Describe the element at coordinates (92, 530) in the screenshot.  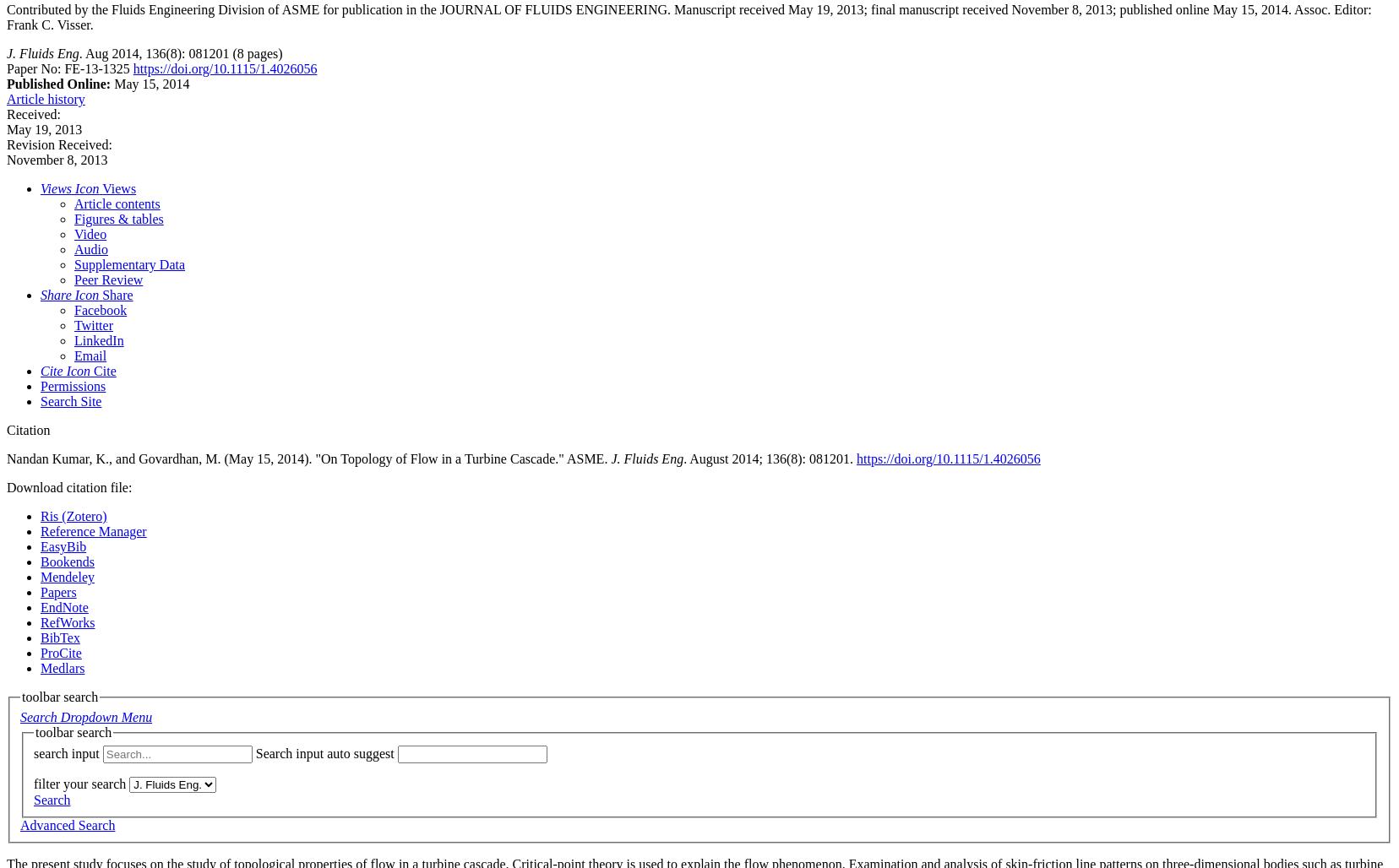
I see `'Reference Manager'` at that location.